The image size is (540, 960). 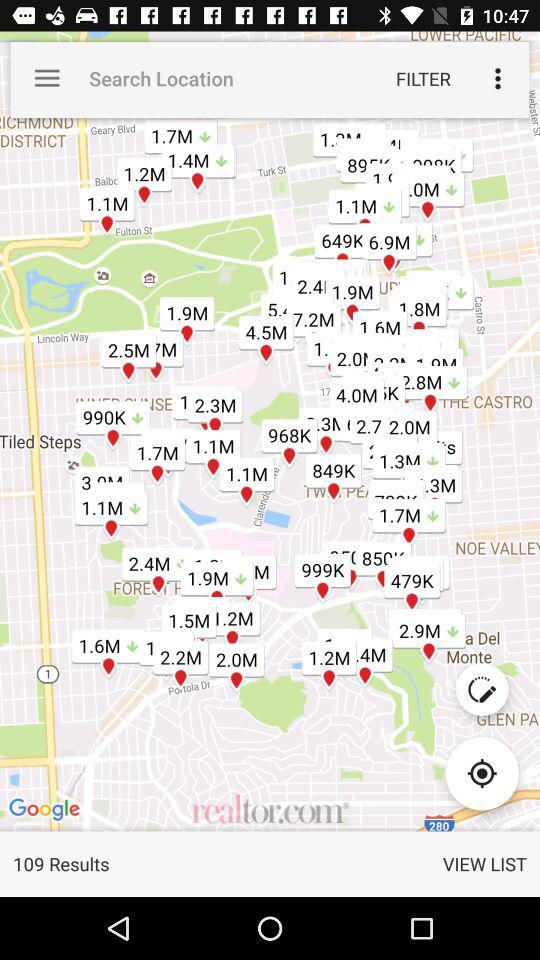 I want to click on the app to the left of the search location icon, so click(x=47, y=78).